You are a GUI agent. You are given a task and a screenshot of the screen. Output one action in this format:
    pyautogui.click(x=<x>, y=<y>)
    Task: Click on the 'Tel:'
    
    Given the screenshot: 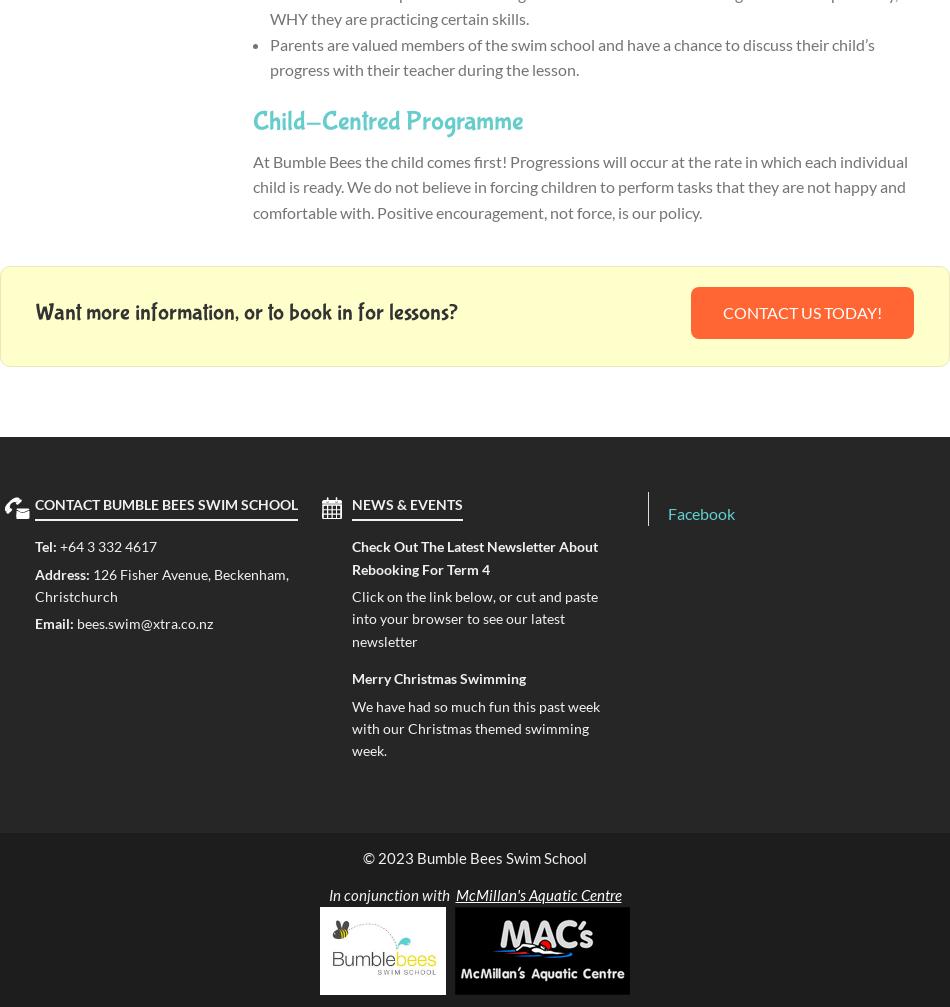 What is the action you would take?
    pyautogui.click(x=47, y=545)
    